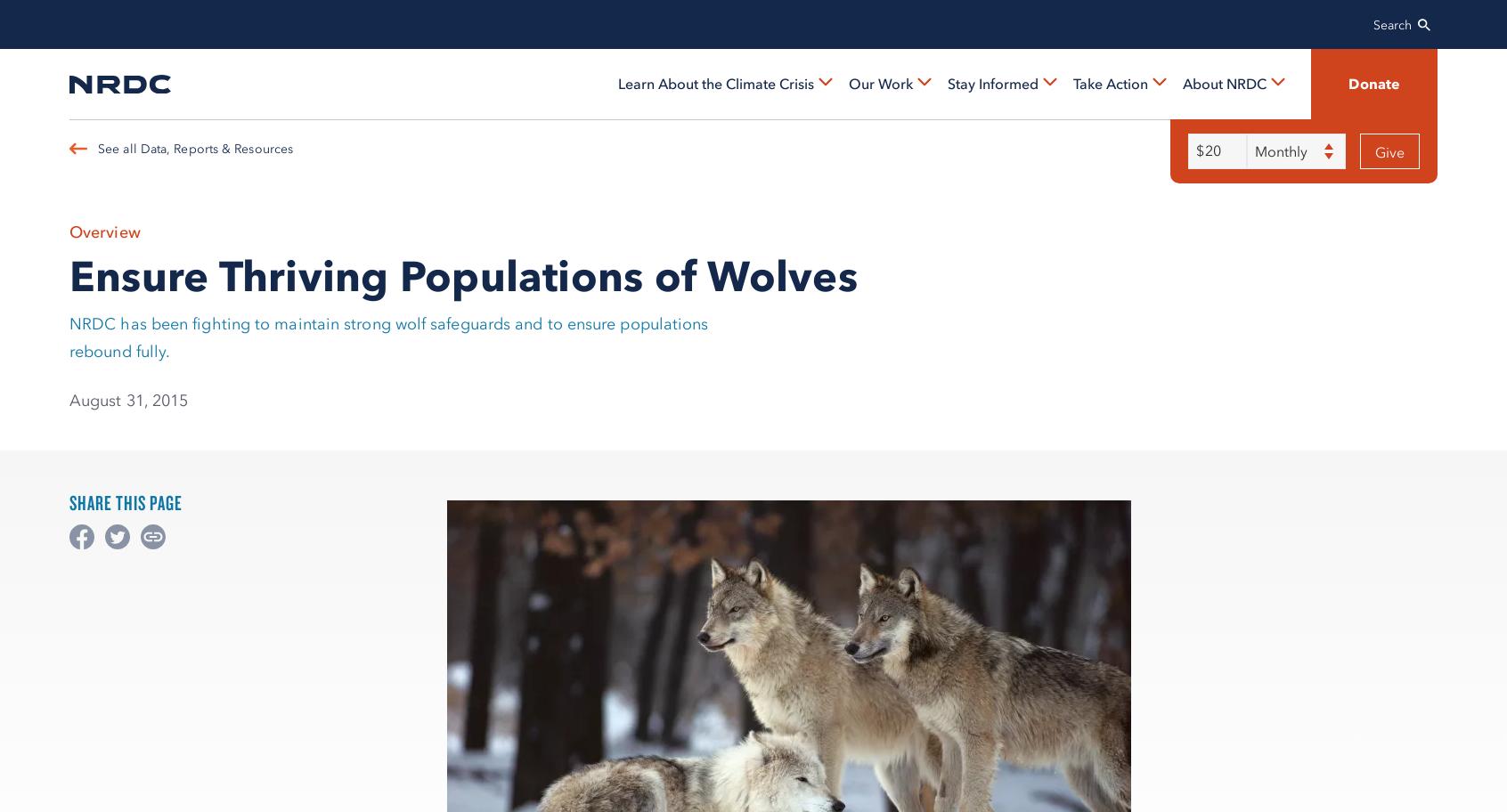  Describe the element at coordinates (69, 231) in the screenshot. I see `'Overview'` at that location.